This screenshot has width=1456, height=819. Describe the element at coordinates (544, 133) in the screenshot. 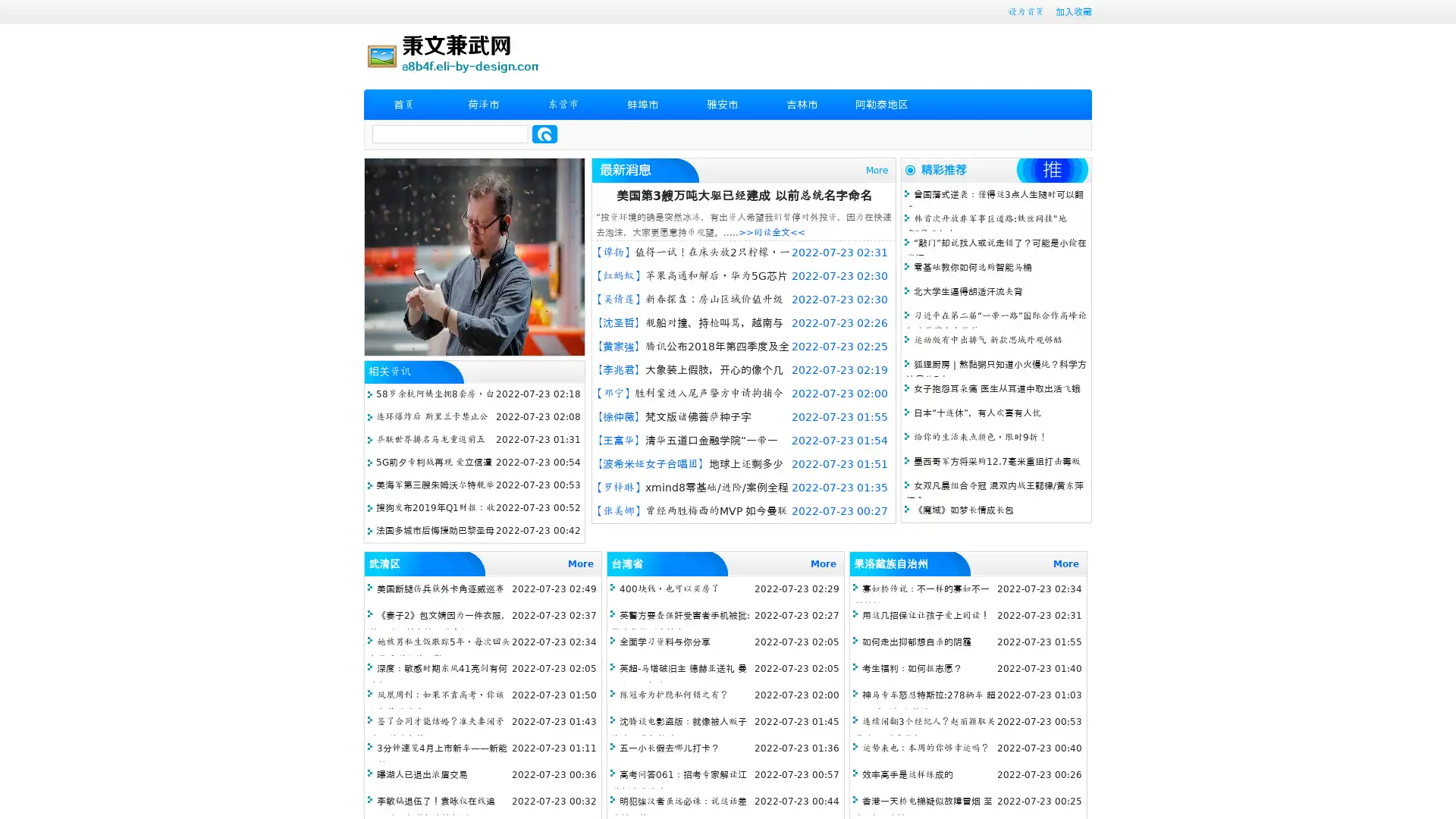

I see `Search` at that location.